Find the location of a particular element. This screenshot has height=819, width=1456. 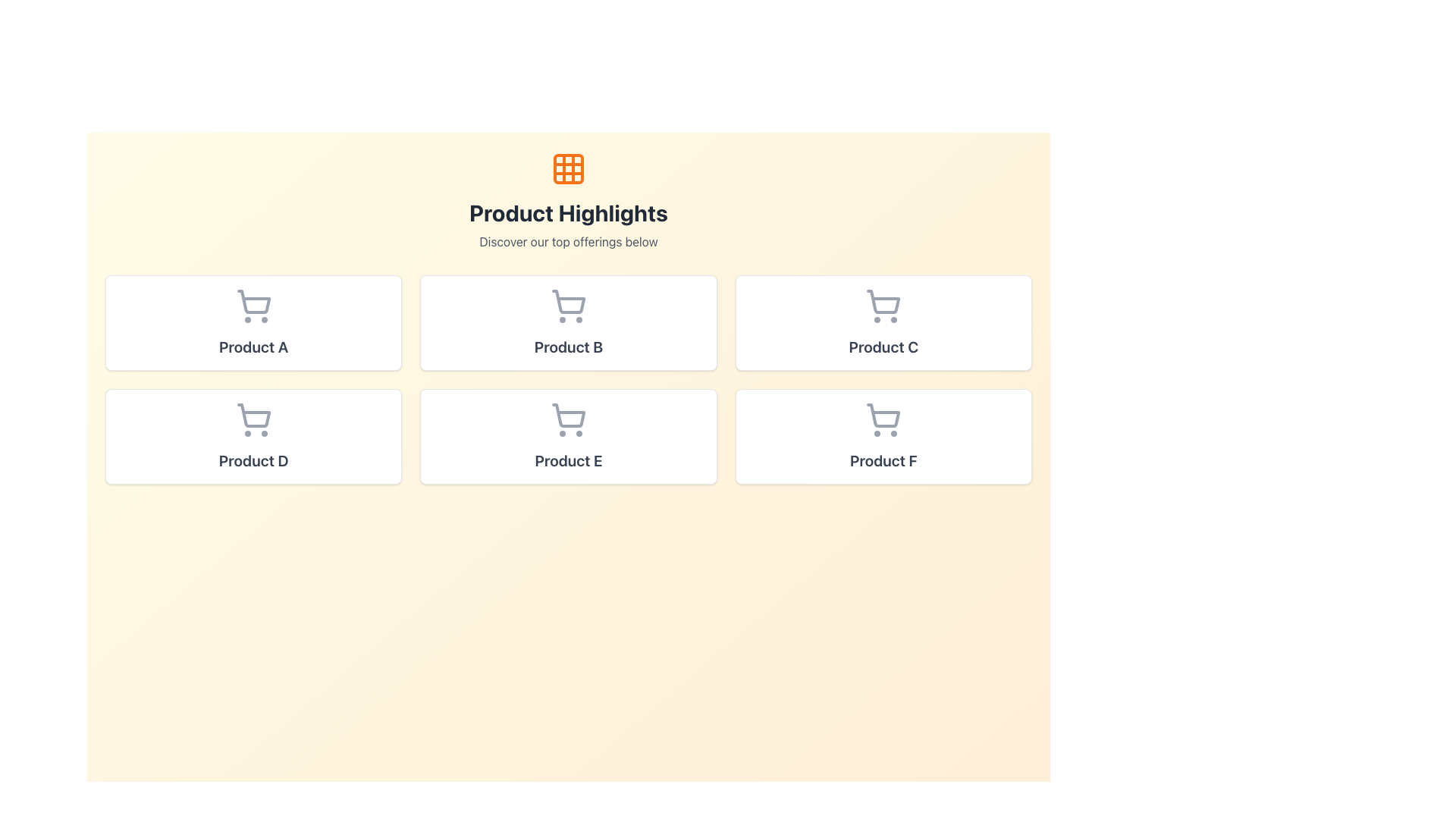

the 'Product Highlights' heading, which is a bold, large text in black font against a light beige background, centered at the top of the interface is located at coordinates (567, 213).